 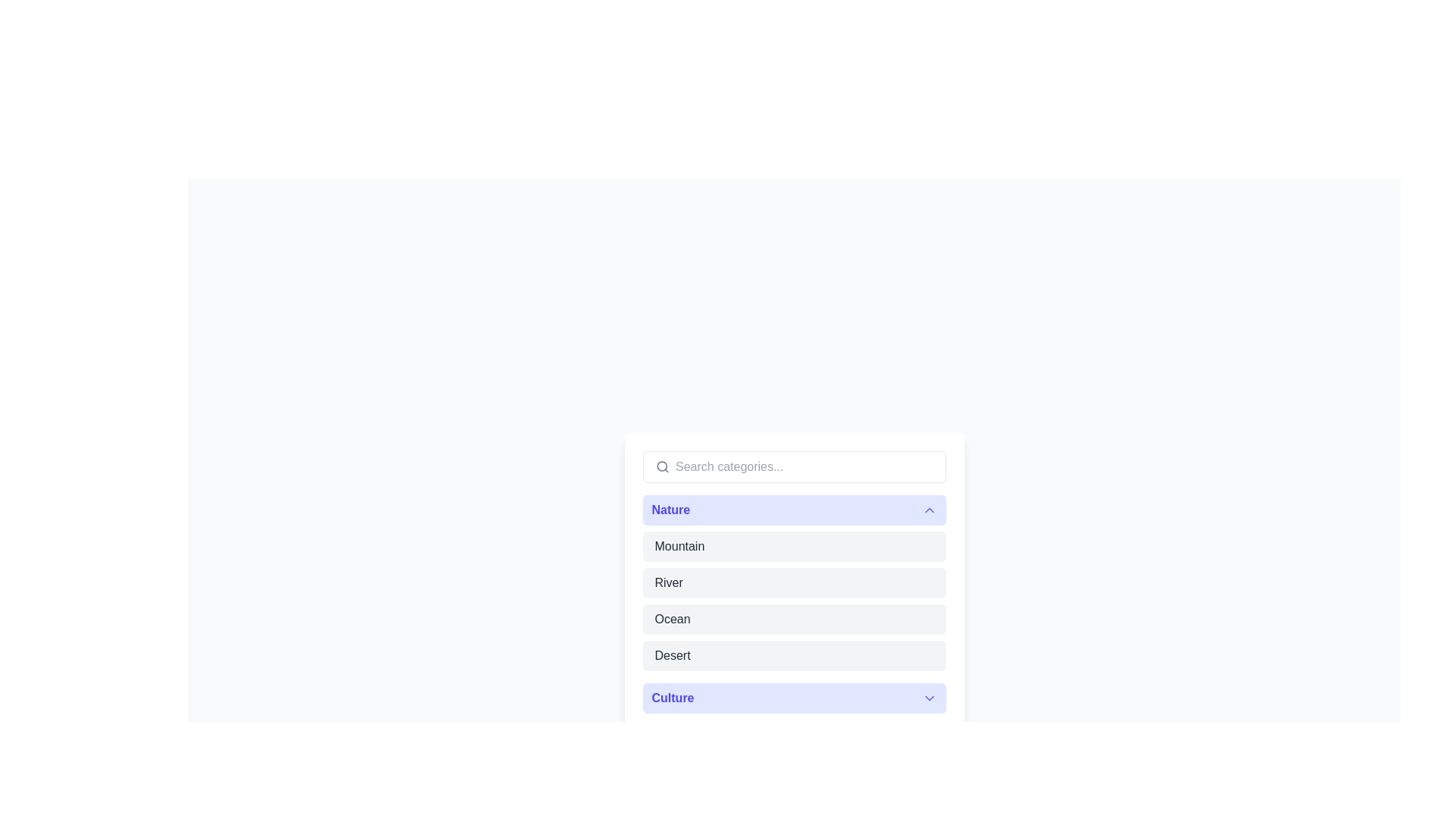 What do you see at coordinates (928, 510) in the screenshot?
I see `the upward-pointing chevron icon associated with the 'Nature' section` at bounding box center [928, 510].